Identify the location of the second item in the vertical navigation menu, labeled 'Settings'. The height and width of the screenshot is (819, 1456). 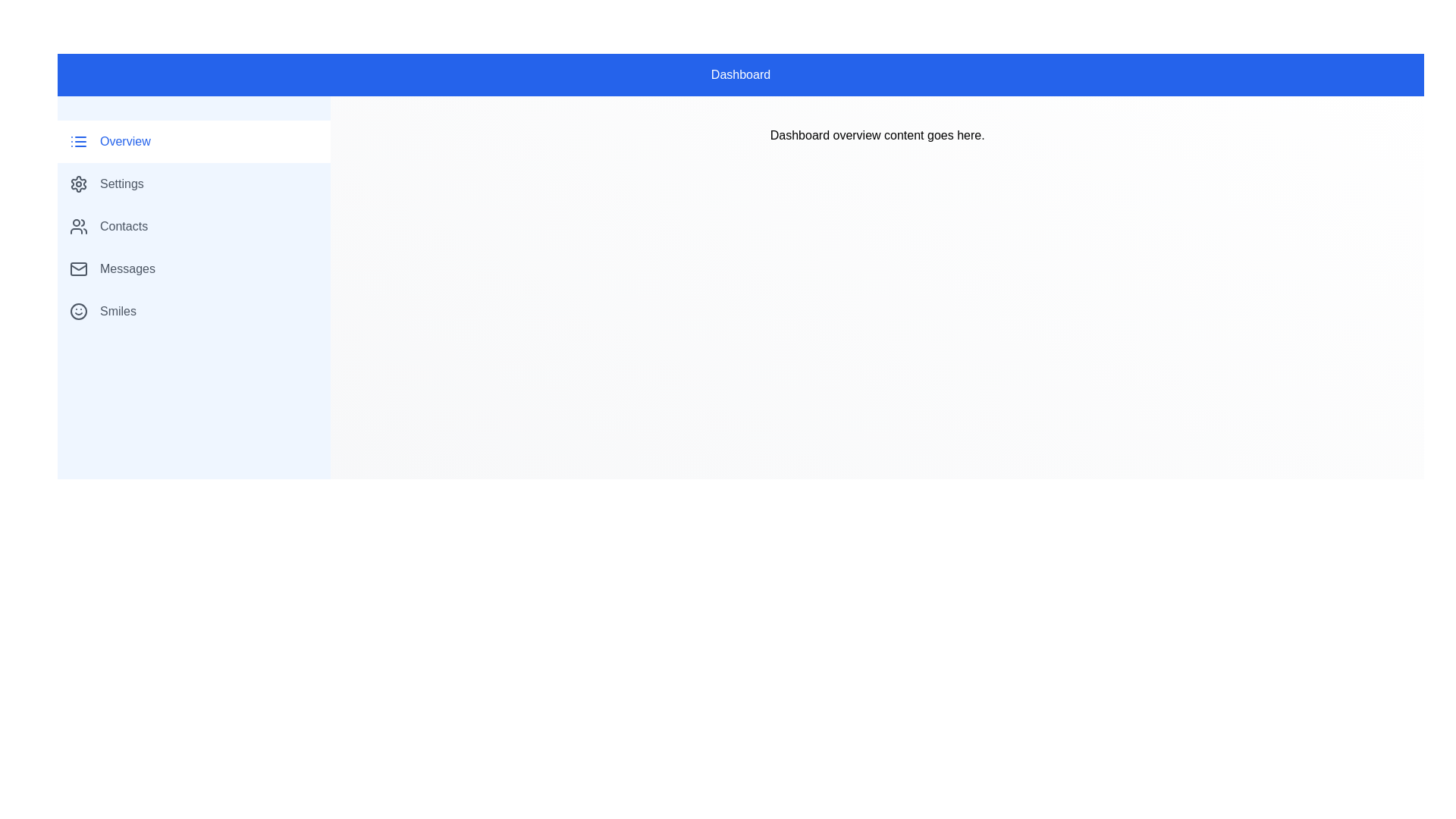
(193, 184).